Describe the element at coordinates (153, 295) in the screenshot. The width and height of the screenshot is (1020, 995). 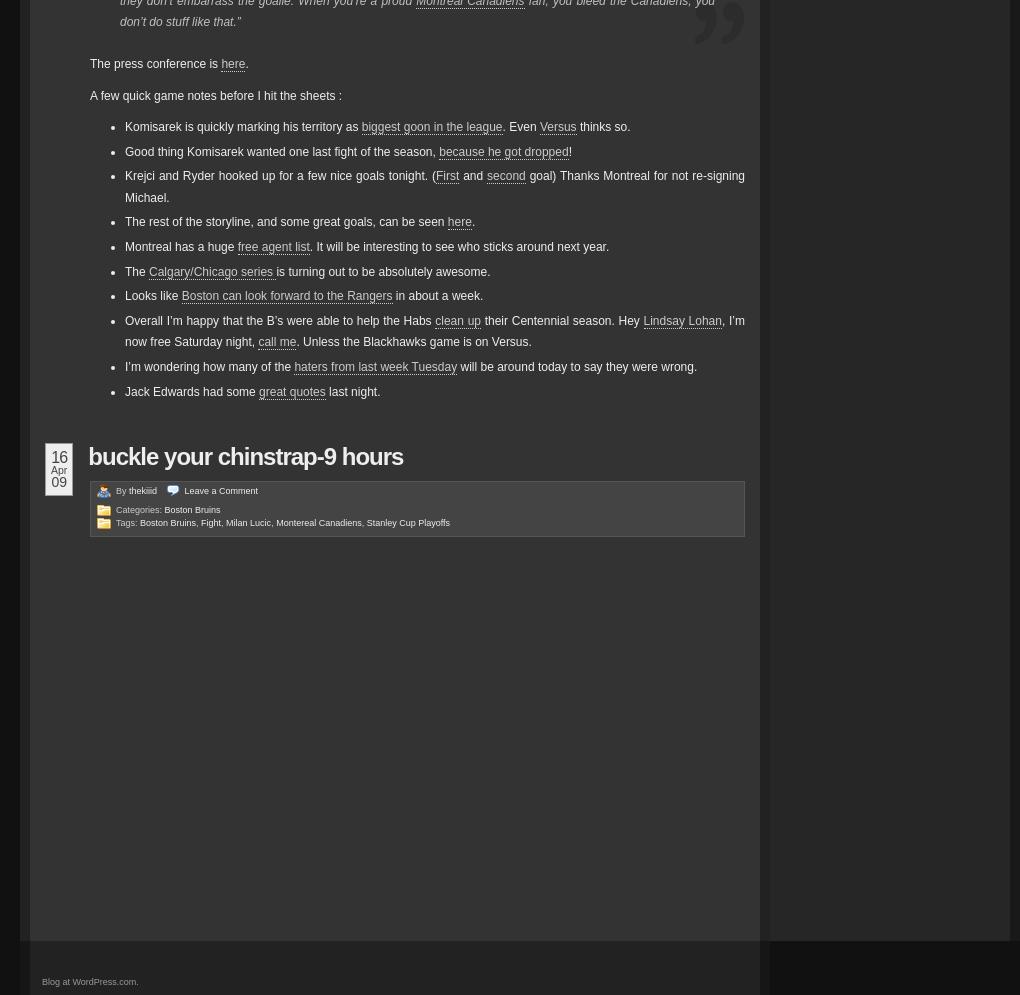
I see `'Looks like'` at that location.